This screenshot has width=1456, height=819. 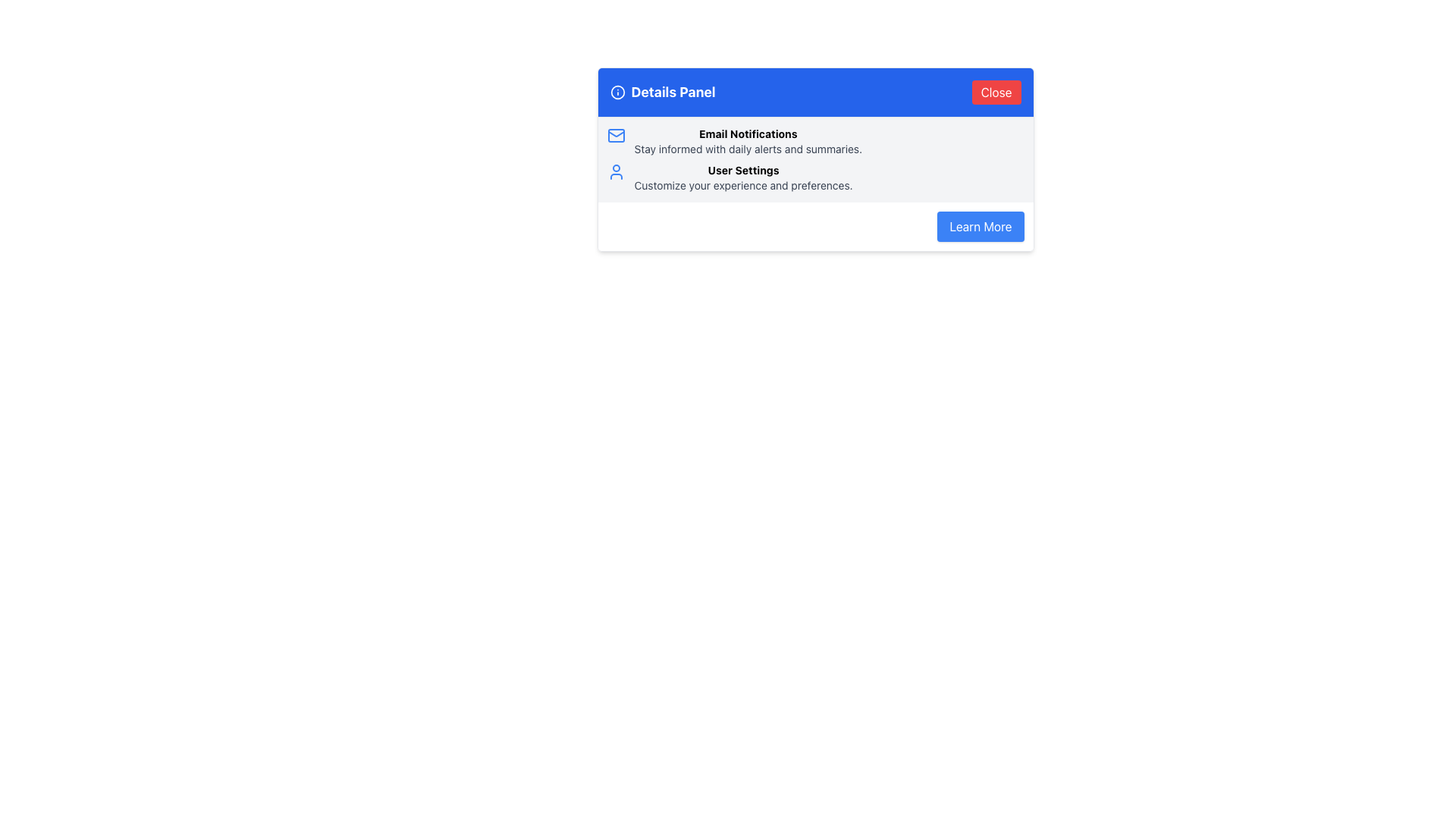 I want to click on descriptive support text label located below the 'Email Notifications' title in the 'Details Panel', so click(x=748, y=149).